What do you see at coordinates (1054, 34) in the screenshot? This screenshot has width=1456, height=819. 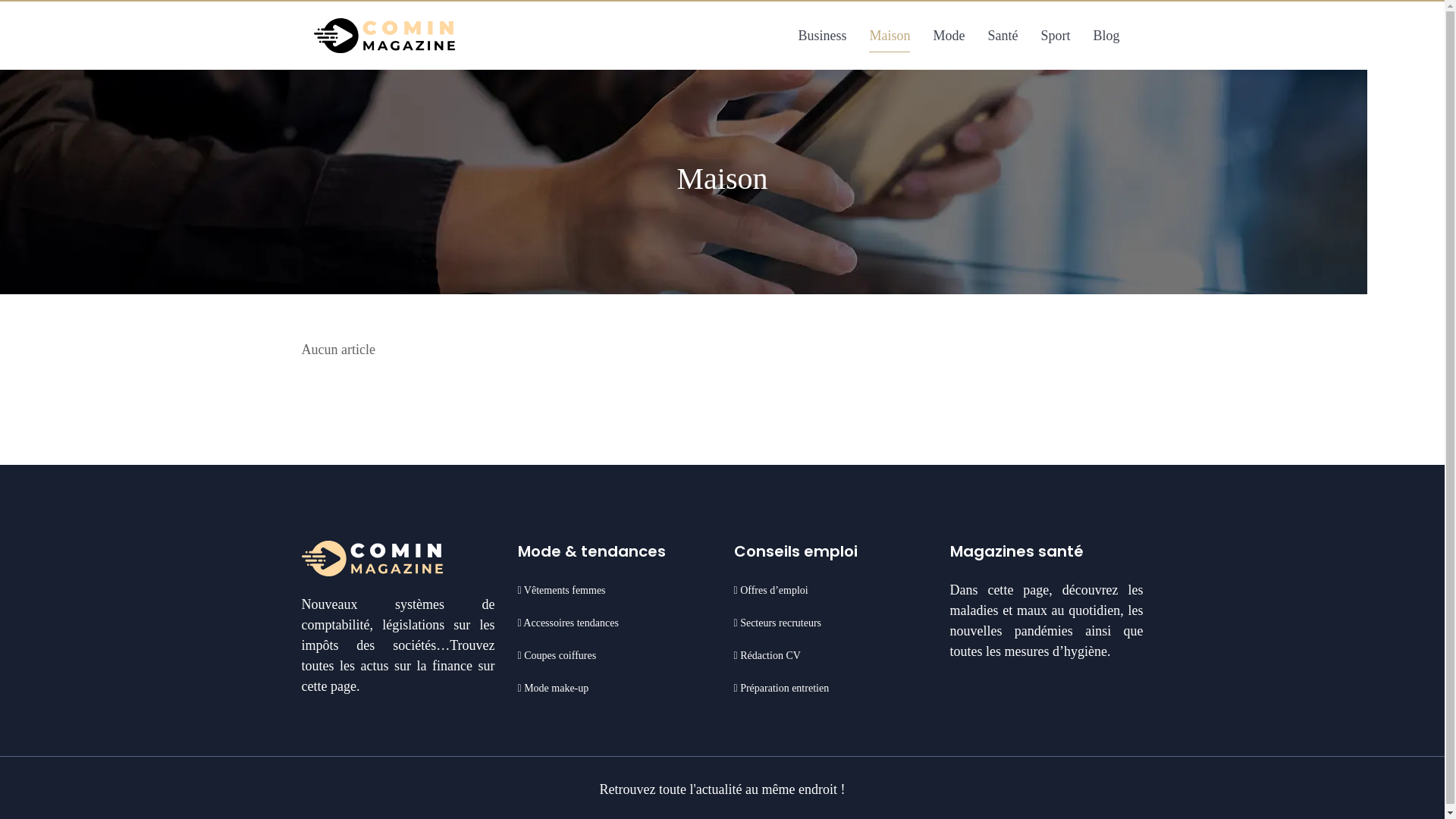 I see `'Sport'` at bounding box center [1054, 34].